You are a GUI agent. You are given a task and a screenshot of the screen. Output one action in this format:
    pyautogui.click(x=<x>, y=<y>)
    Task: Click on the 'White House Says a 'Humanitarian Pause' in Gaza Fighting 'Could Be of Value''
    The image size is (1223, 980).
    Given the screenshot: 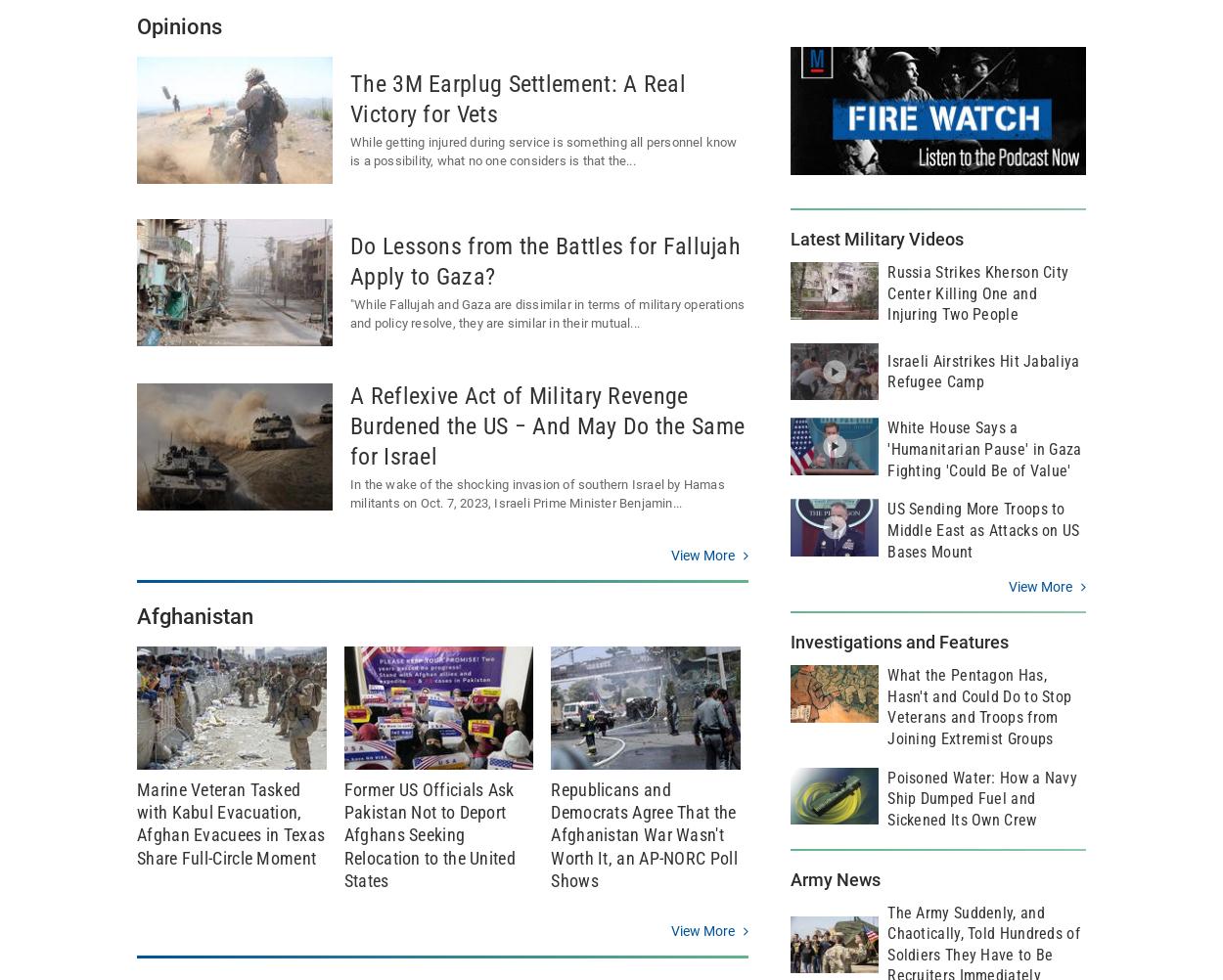 What is the action you would take?
    pyautogui.click(x=984, y=448)
    